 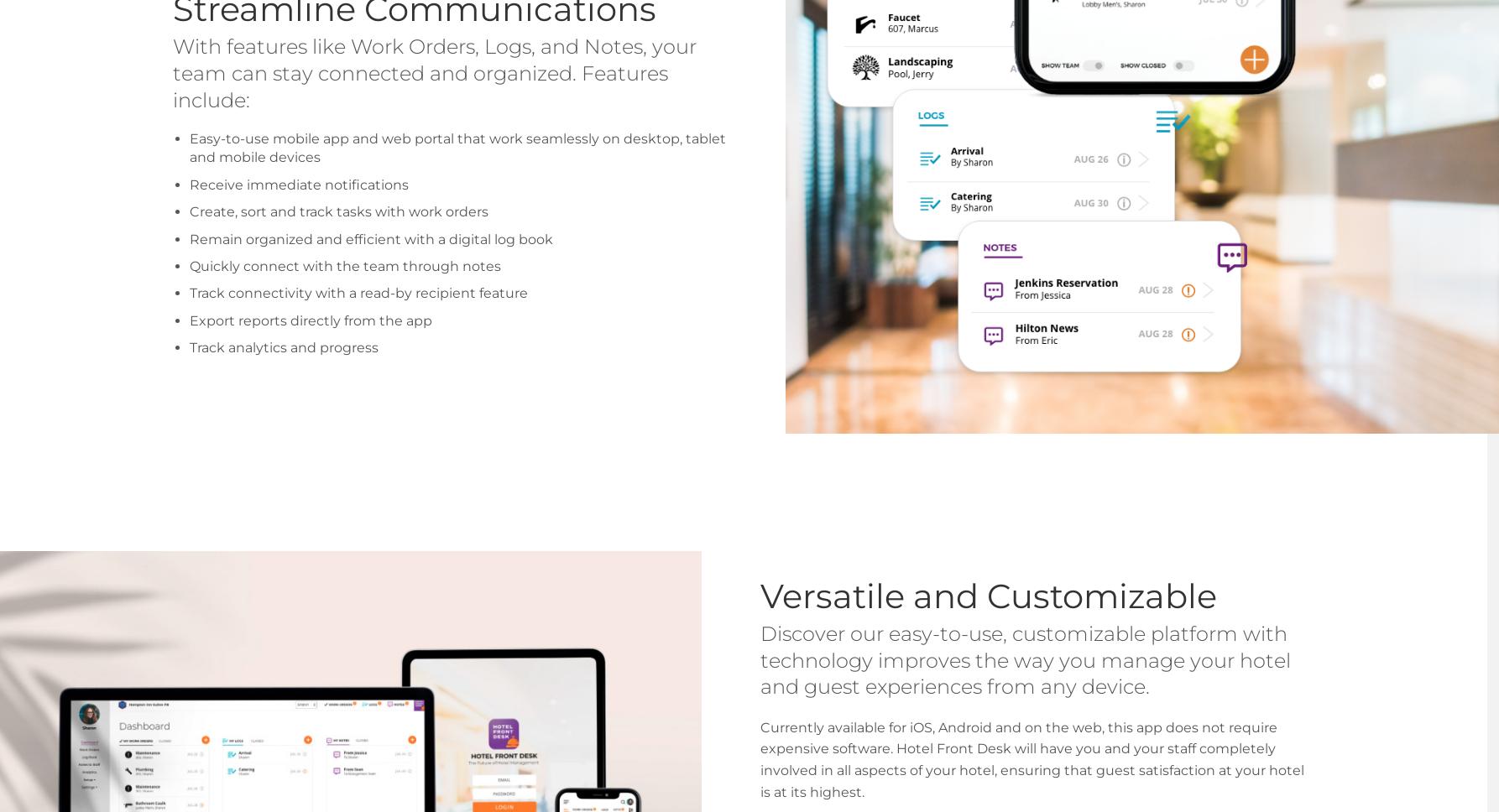 What do you see at coordinates (358, 293) in the screenshot?
I see `'Track connectivity with a read-by recipient feature'` at bounding box center [358, 293].